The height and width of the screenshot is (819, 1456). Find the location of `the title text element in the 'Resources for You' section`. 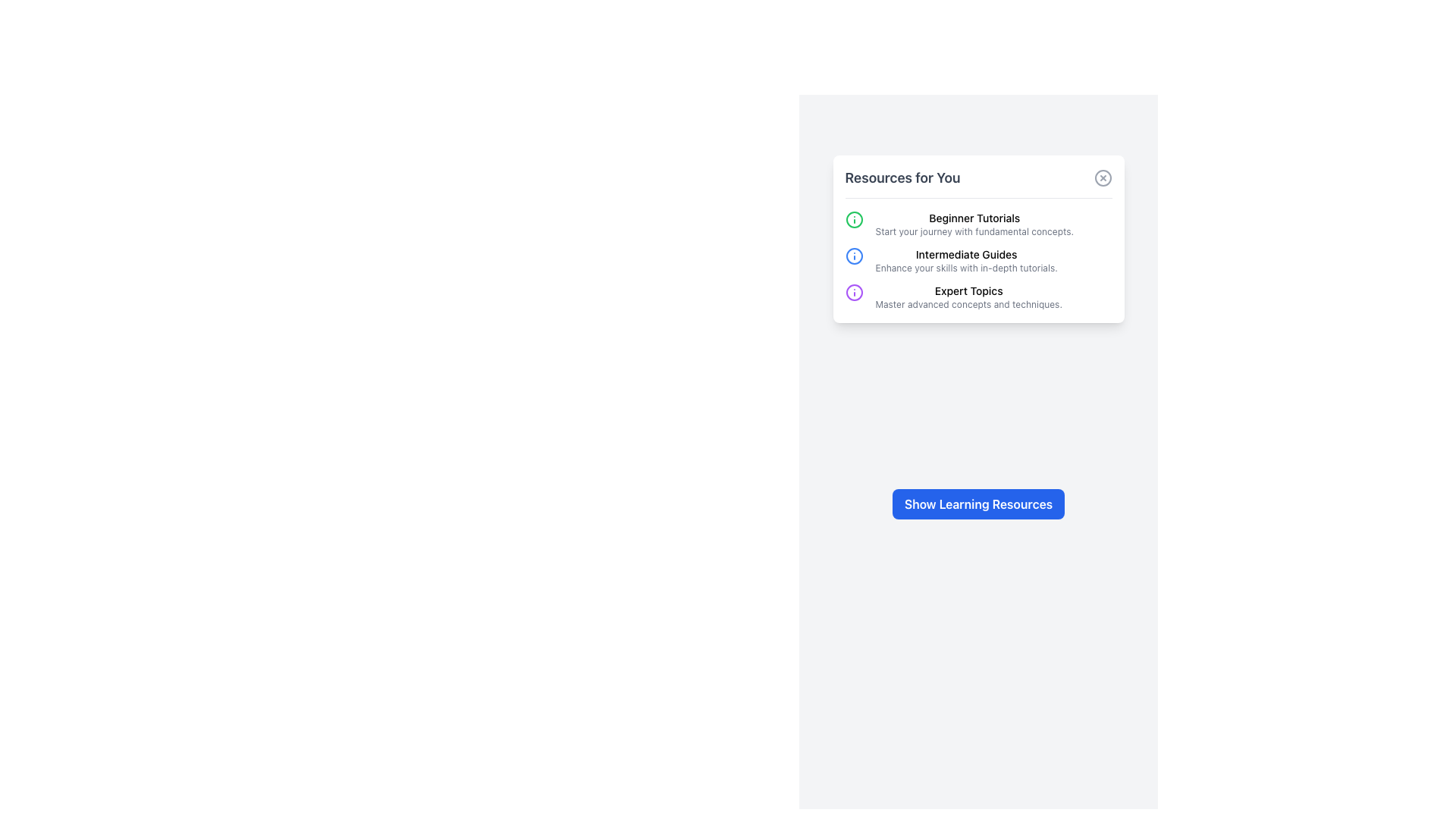

the title text element in the 'Resources for You' section is located at coordinates (965, 253).